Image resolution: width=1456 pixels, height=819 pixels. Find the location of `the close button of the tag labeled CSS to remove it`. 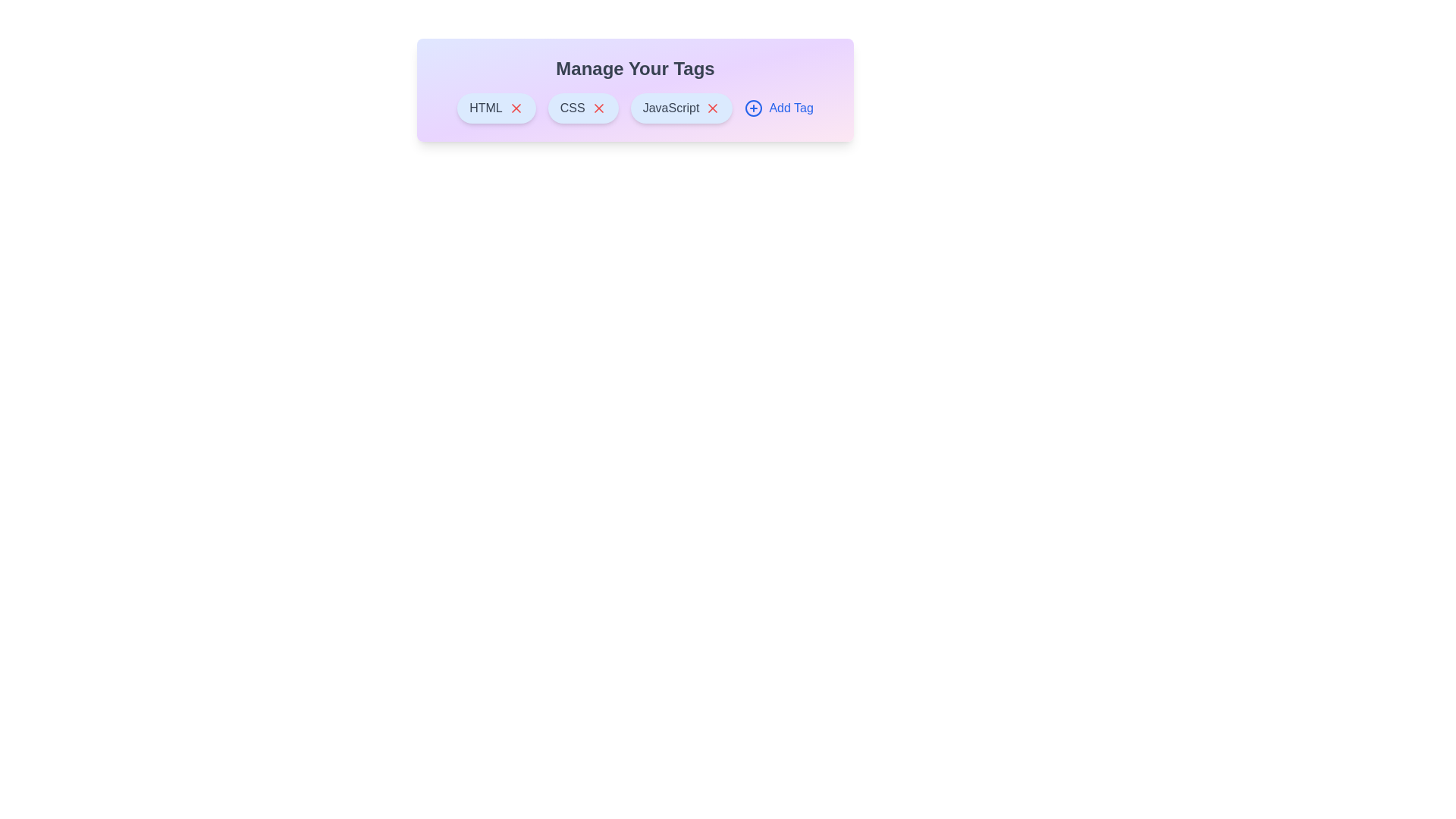

the close button of the tag labeled CSS to remove it is located at coordinates (598, 107).